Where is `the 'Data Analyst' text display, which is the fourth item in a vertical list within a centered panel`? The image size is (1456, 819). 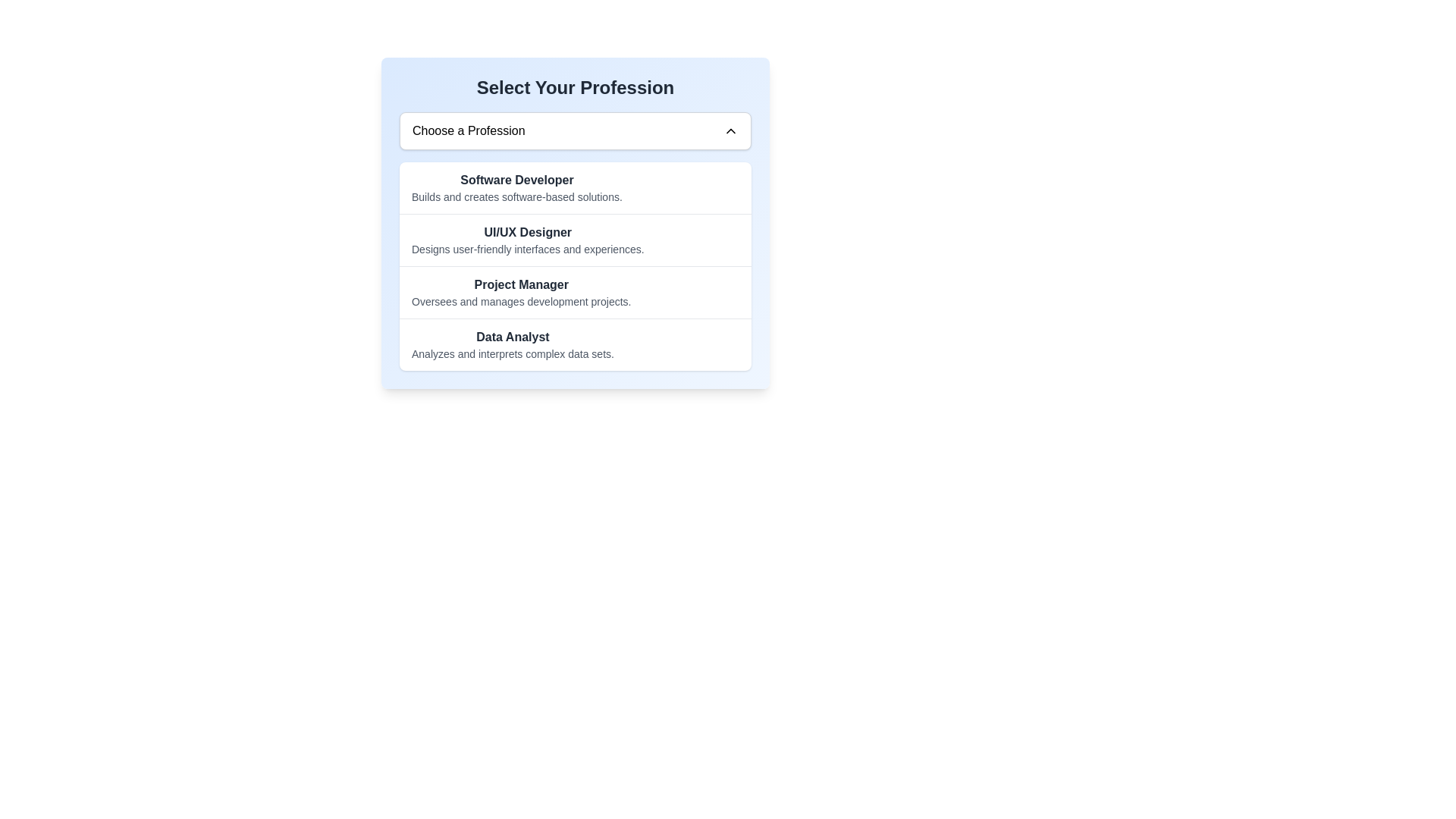 the 'Data Analyst' text display, which is the fourth item in a vertical list within a centered panel is located at coordinates (513, 345).